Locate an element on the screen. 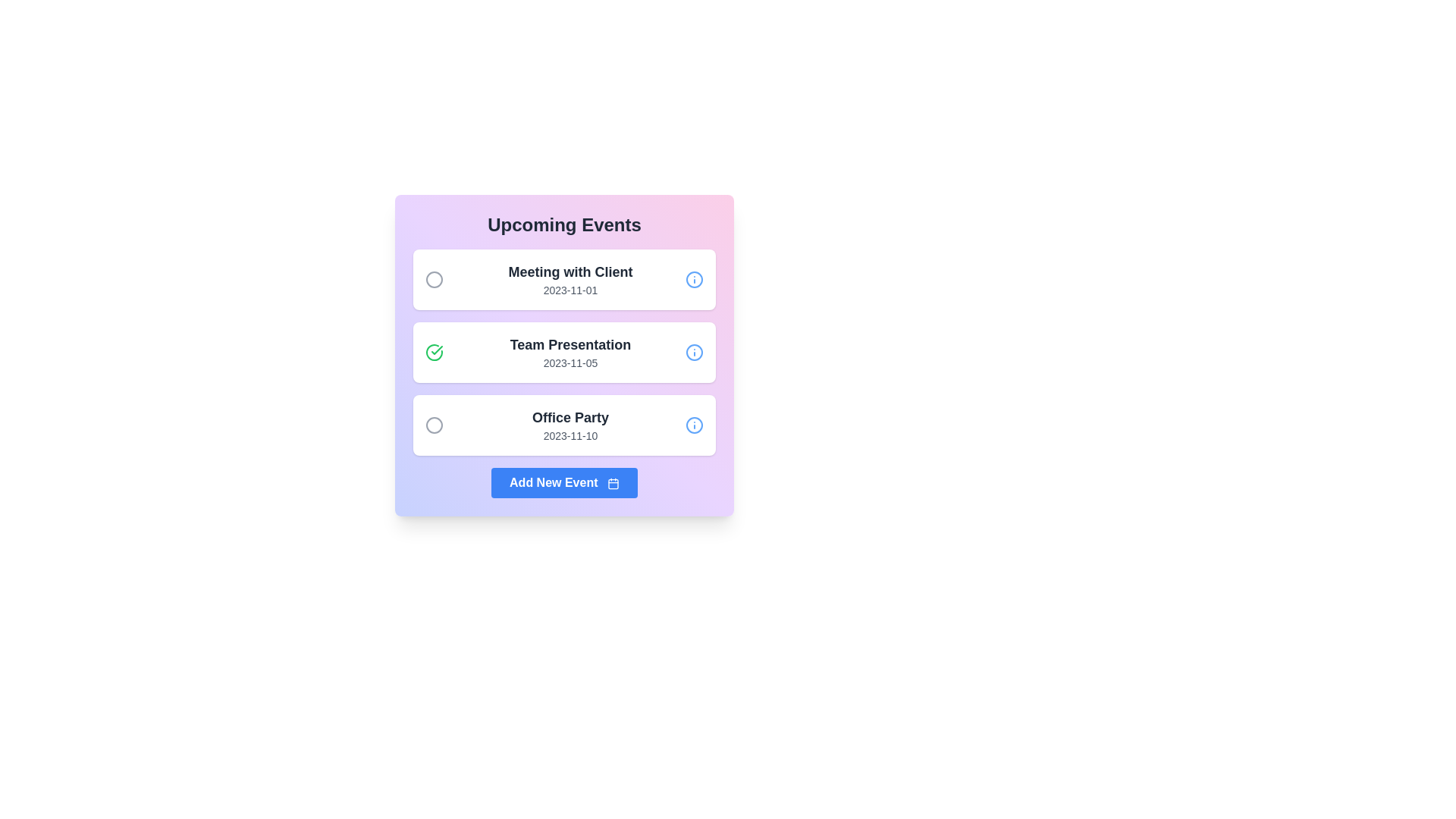  the second event card in the 'Upcoming Events' section, which features 'Team Presentation' and a green check mark icon on the left is located at coordinates (563, 353).